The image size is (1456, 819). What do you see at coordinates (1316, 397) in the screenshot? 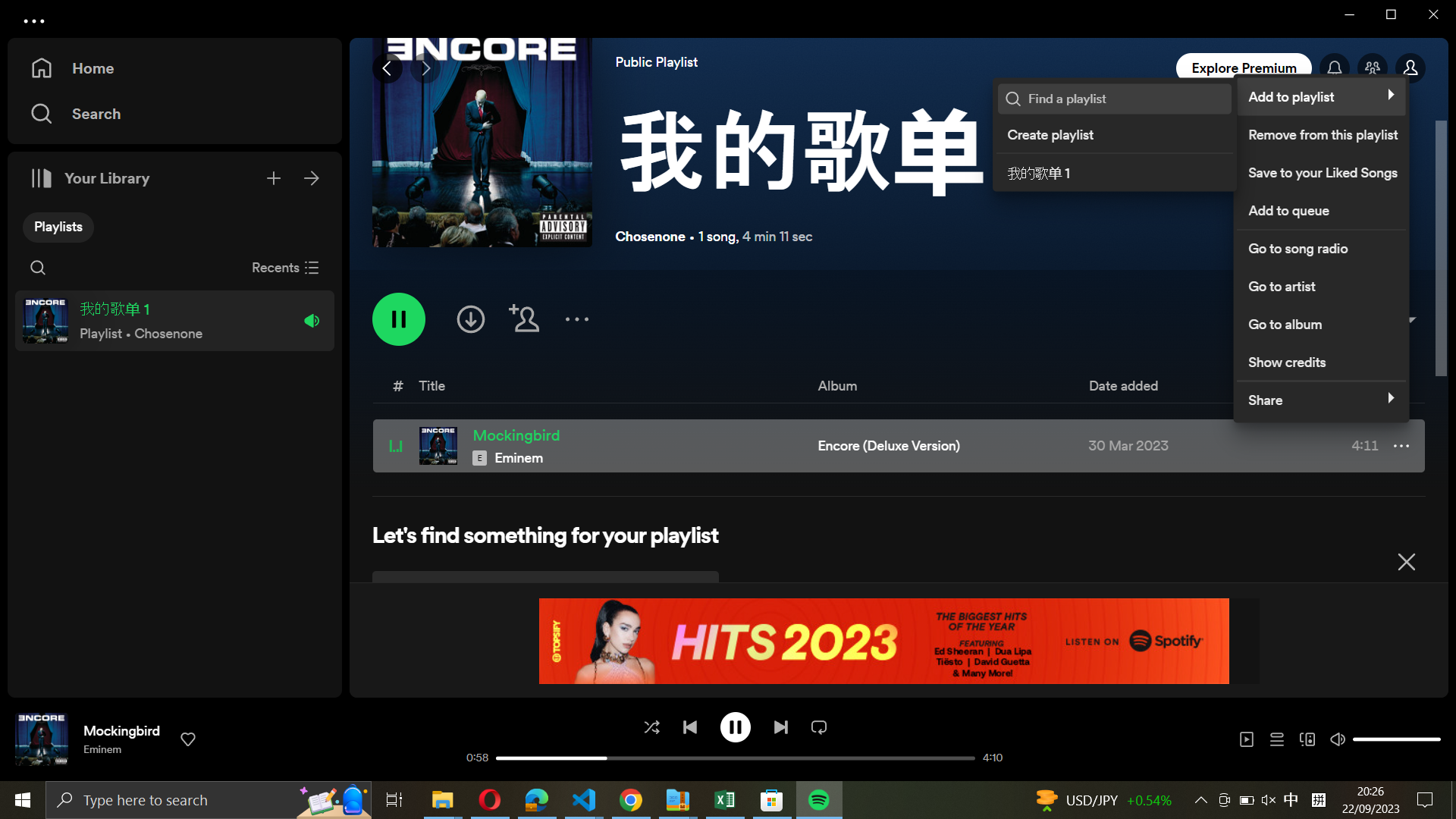
I see `Distribute the track` at bounding box center [1316, 397].